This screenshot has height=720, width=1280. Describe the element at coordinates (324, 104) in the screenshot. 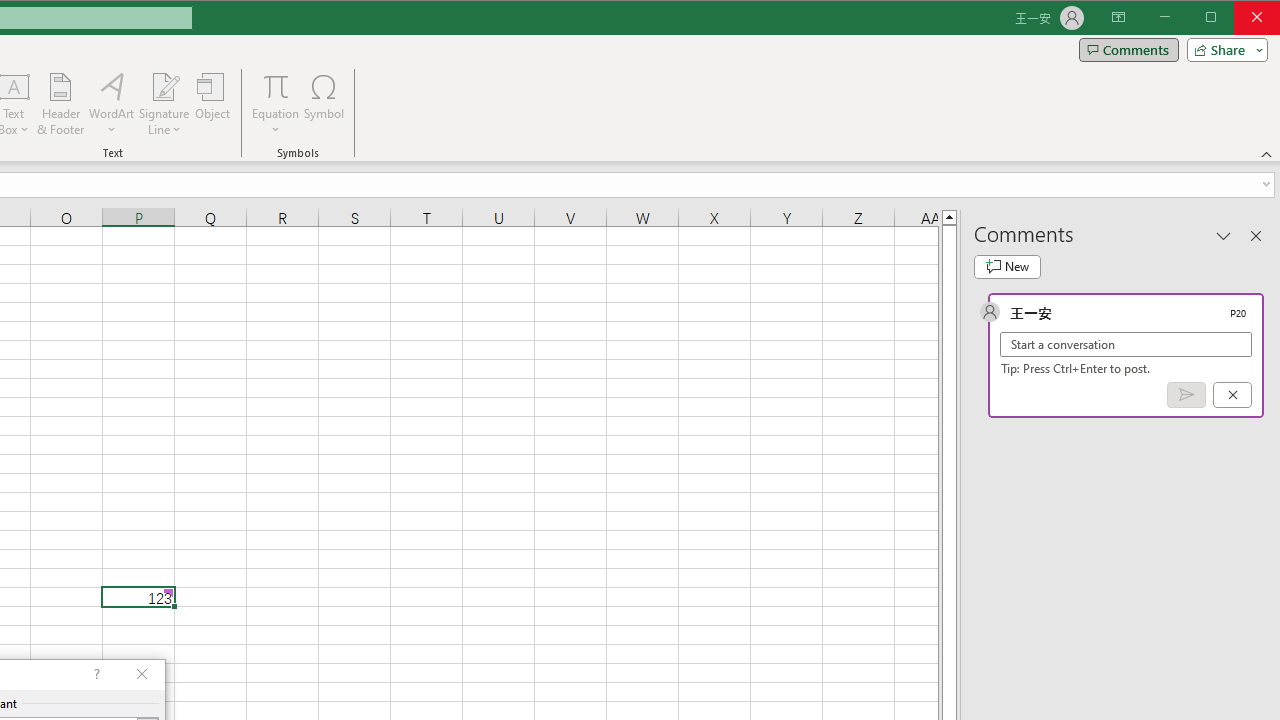

I see `'Symbol...'` at that location.